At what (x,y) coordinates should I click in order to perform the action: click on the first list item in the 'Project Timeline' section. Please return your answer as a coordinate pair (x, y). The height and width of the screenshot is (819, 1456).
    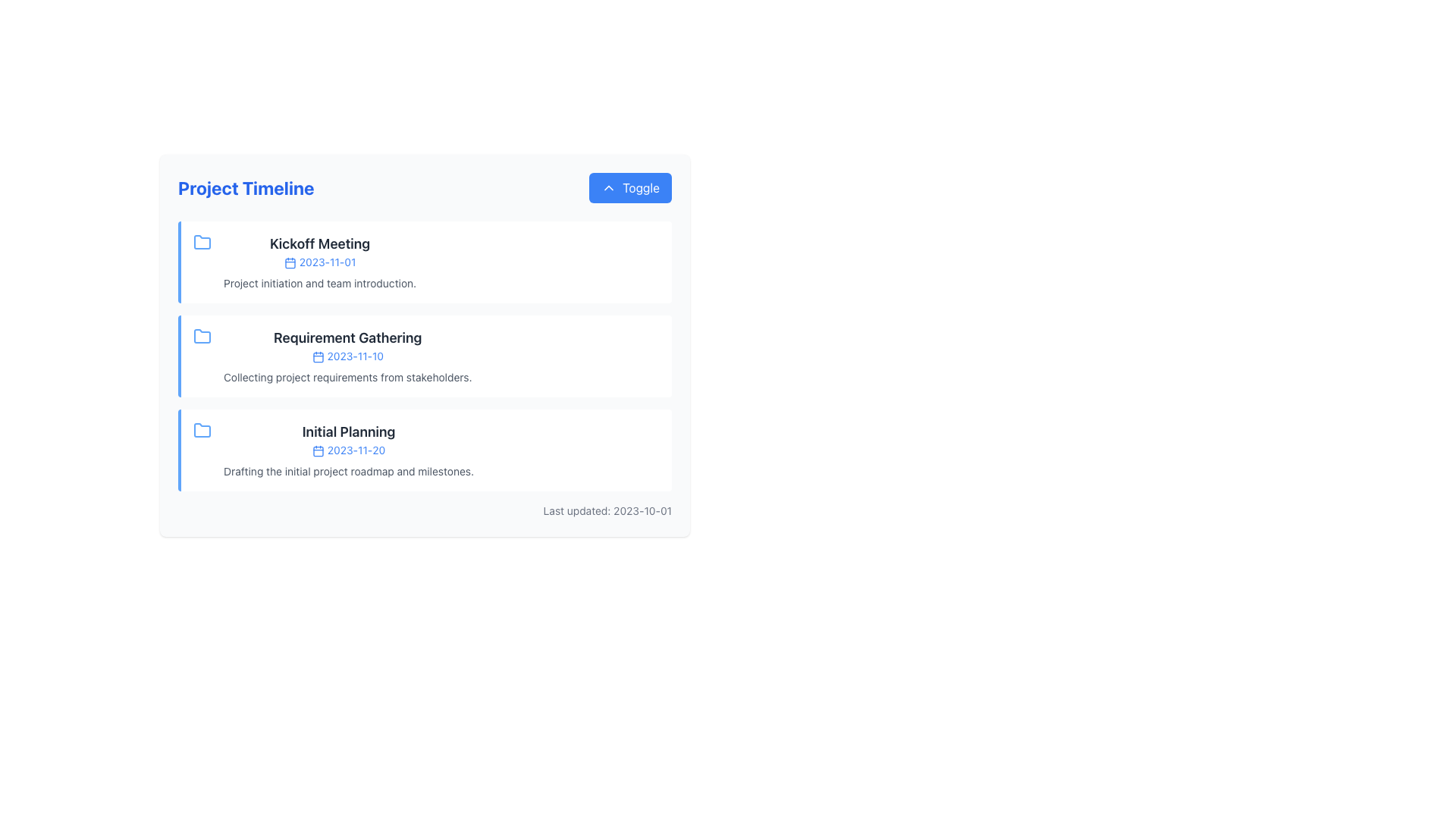
    Looking at the image, I should click on (425, 262).